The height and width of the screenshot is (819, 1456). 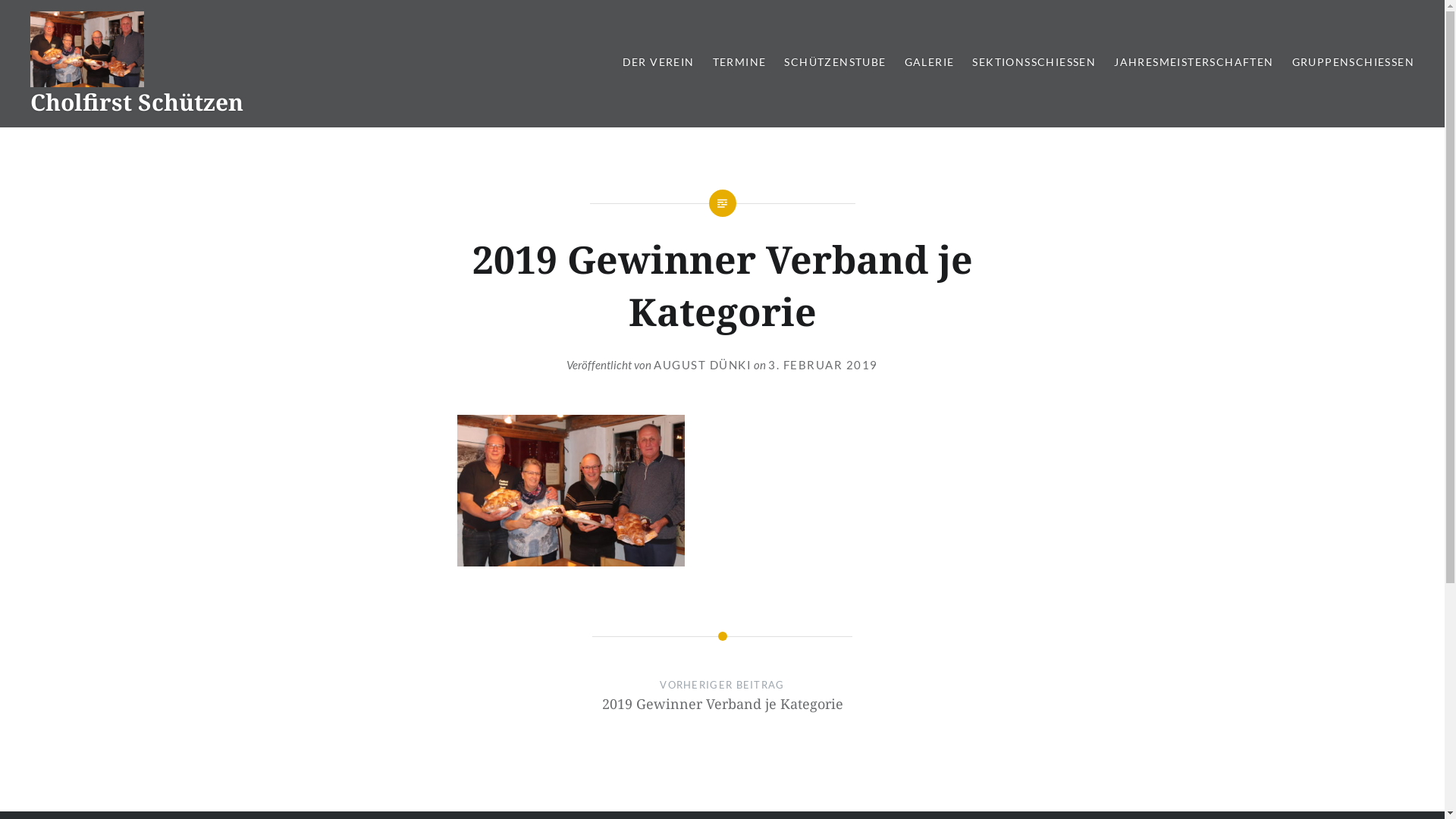 I want to click on 'SEKTIONSSCHIESSEN', so click(x=971, y=61).